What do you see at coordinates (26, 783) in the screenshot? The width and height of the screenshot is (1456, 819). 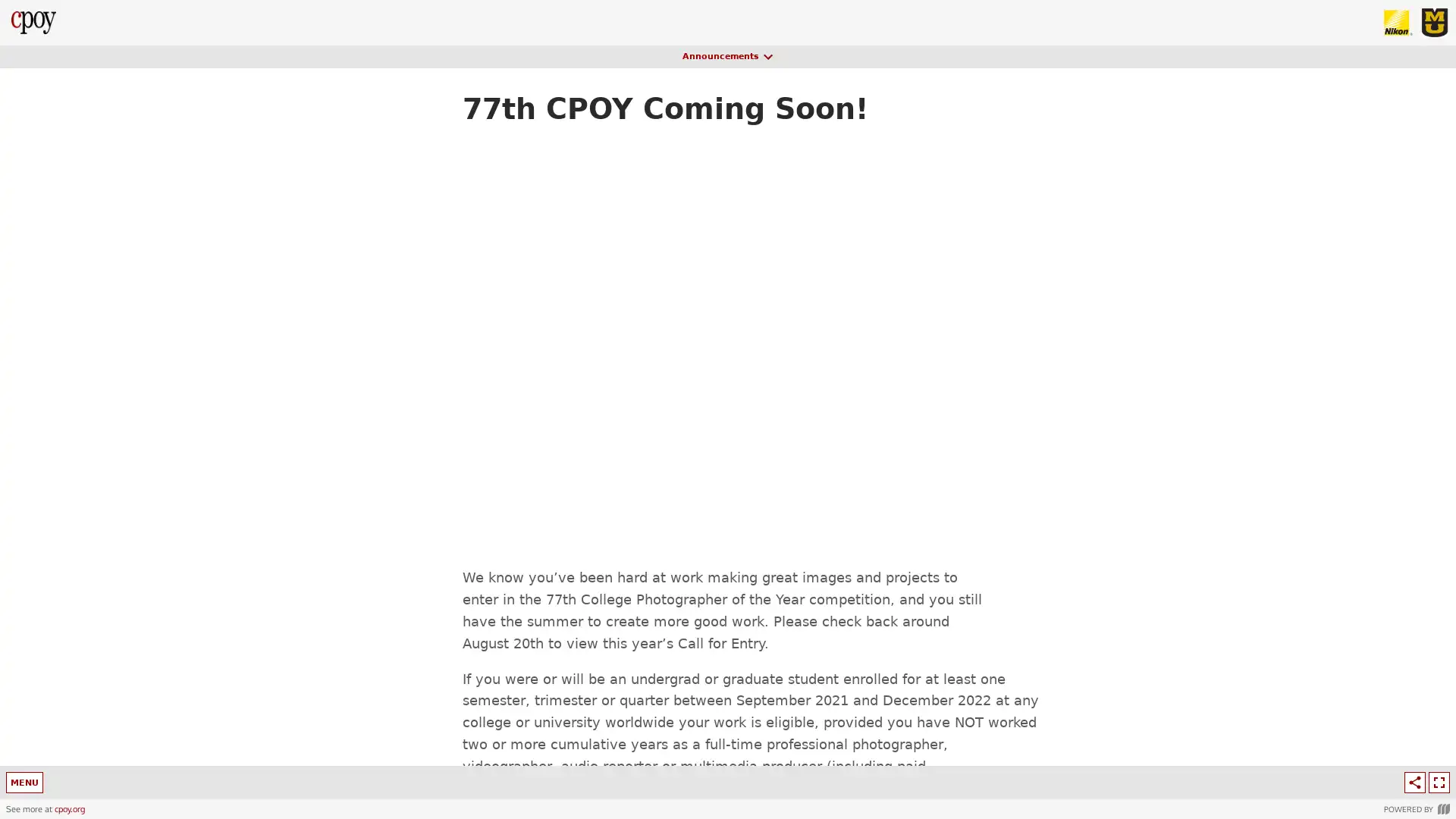 I see `MENU` at bounding box center [26, 783].